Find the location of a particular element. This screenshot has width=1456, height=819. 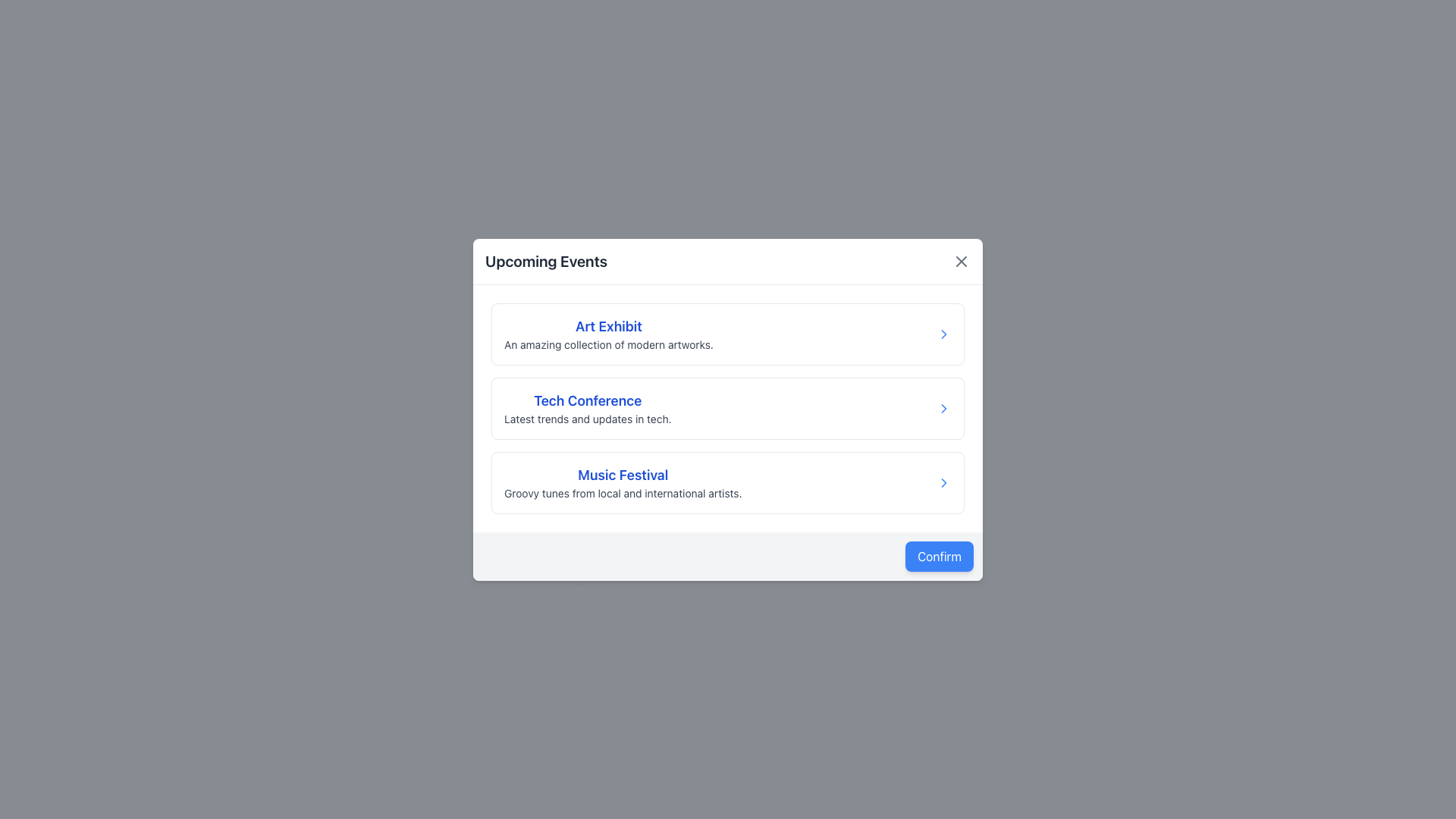

the details page of the 'Art Exhibit' text block located at the top of the upcoming events list in the modal dialog box is located at coordinates (607, 332).